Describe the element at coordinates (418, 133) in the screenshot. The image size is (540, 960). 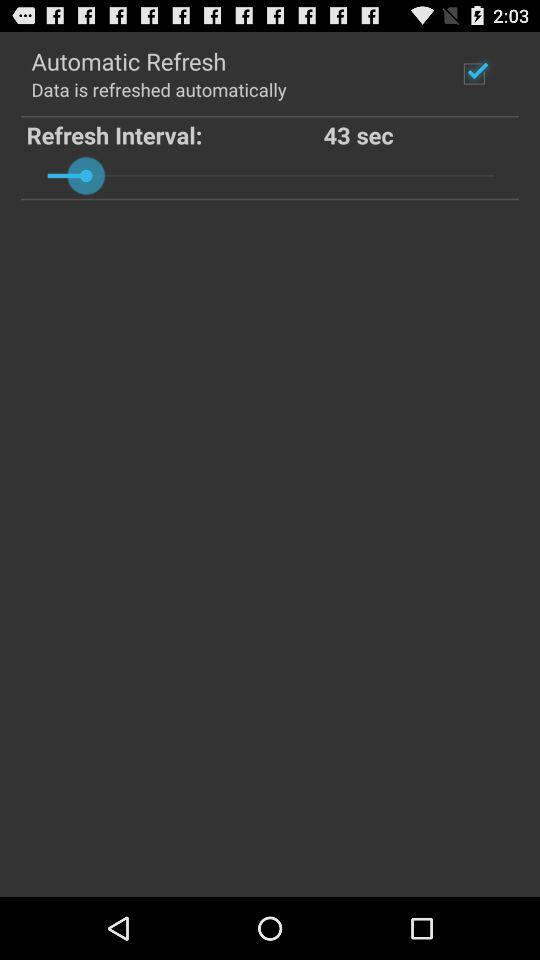
I see `43 sec icon` at that location.